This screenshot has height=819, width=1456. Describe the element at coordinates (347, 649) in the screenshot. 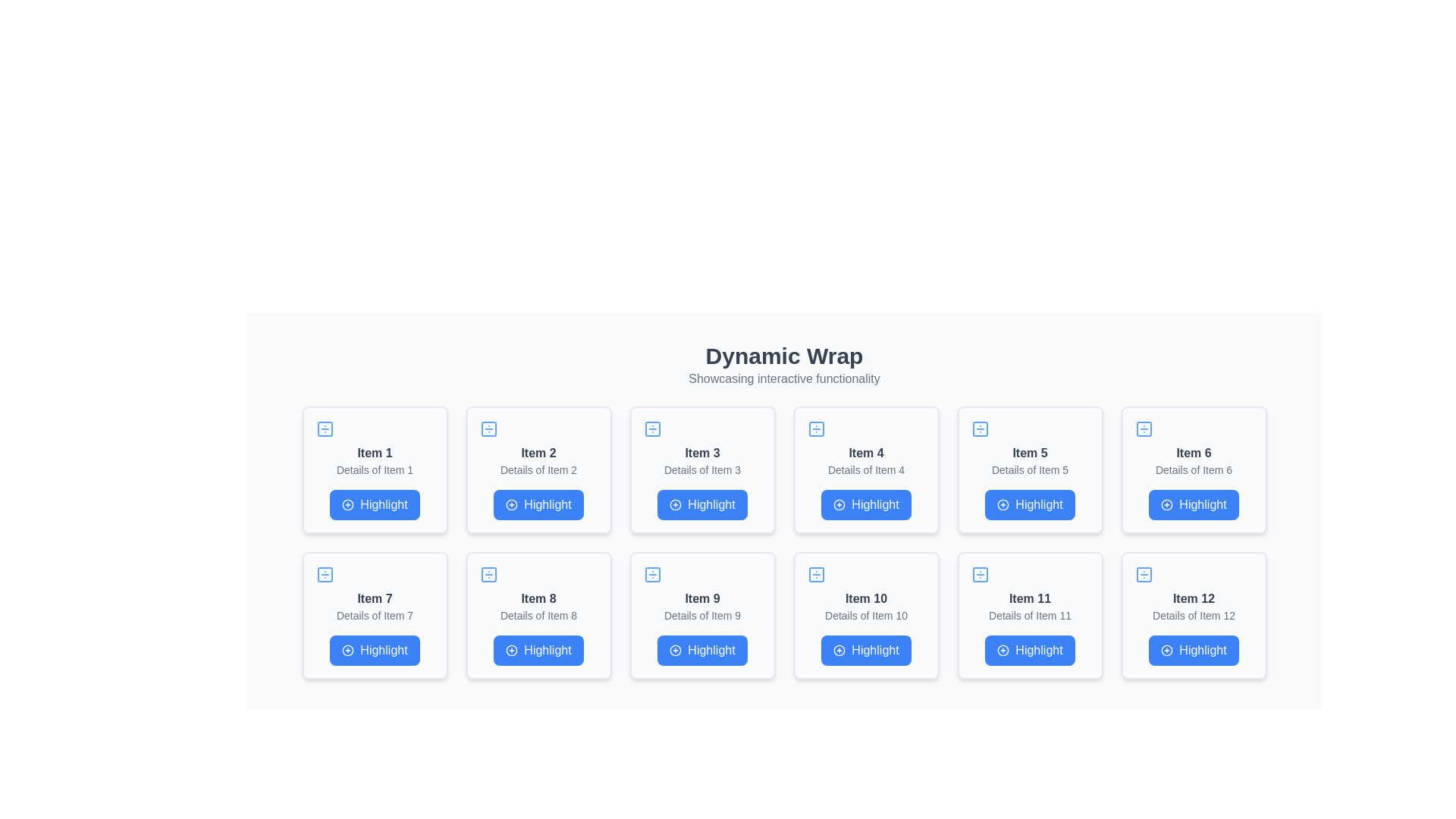

I see `the 'Highlight' button, which contains an icon on its left side, located in the second row and first column of the grid layout within the card labeled 'Item 7'` at that location.